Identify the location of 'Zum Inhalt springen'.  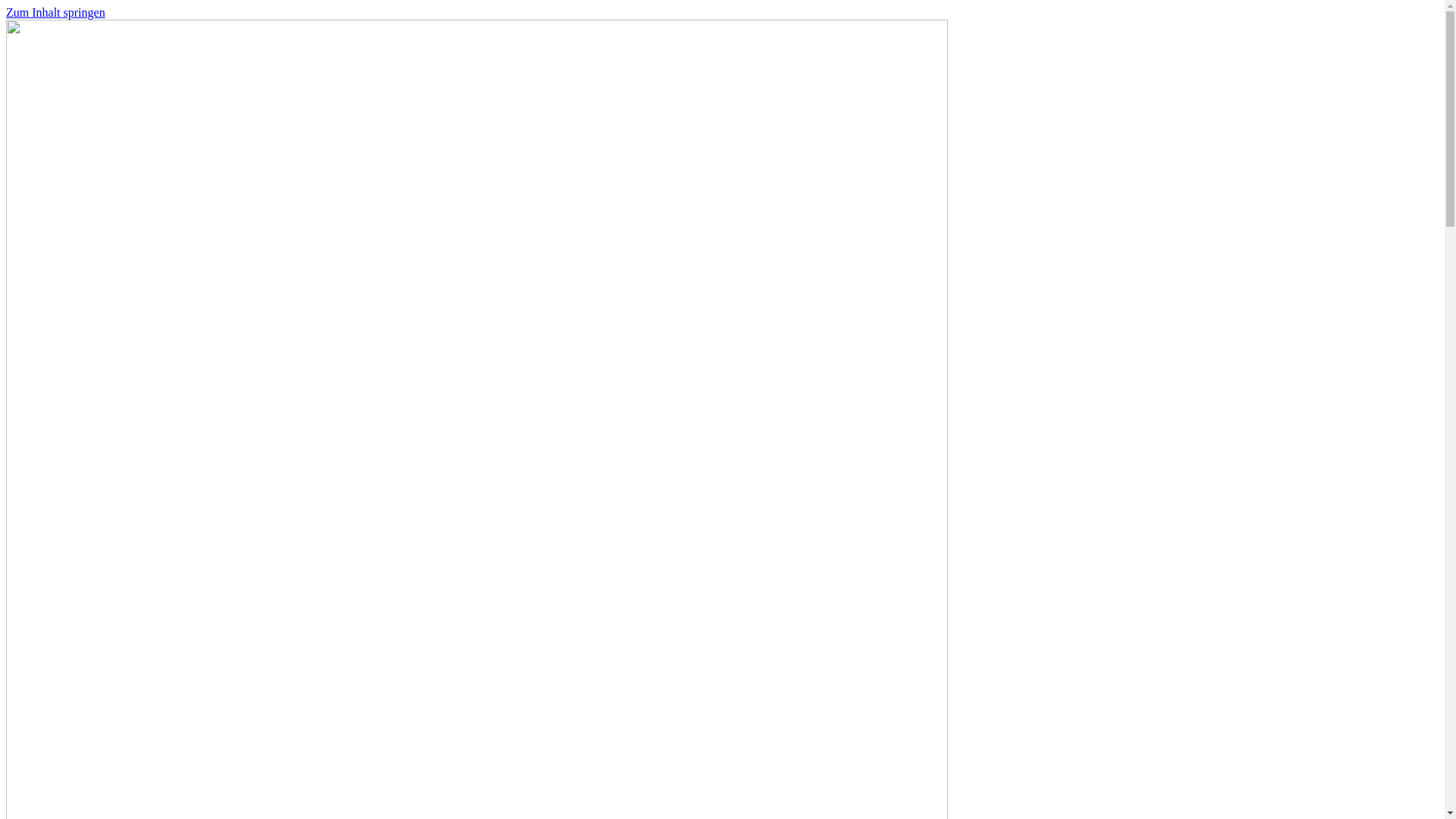
(55, 12).